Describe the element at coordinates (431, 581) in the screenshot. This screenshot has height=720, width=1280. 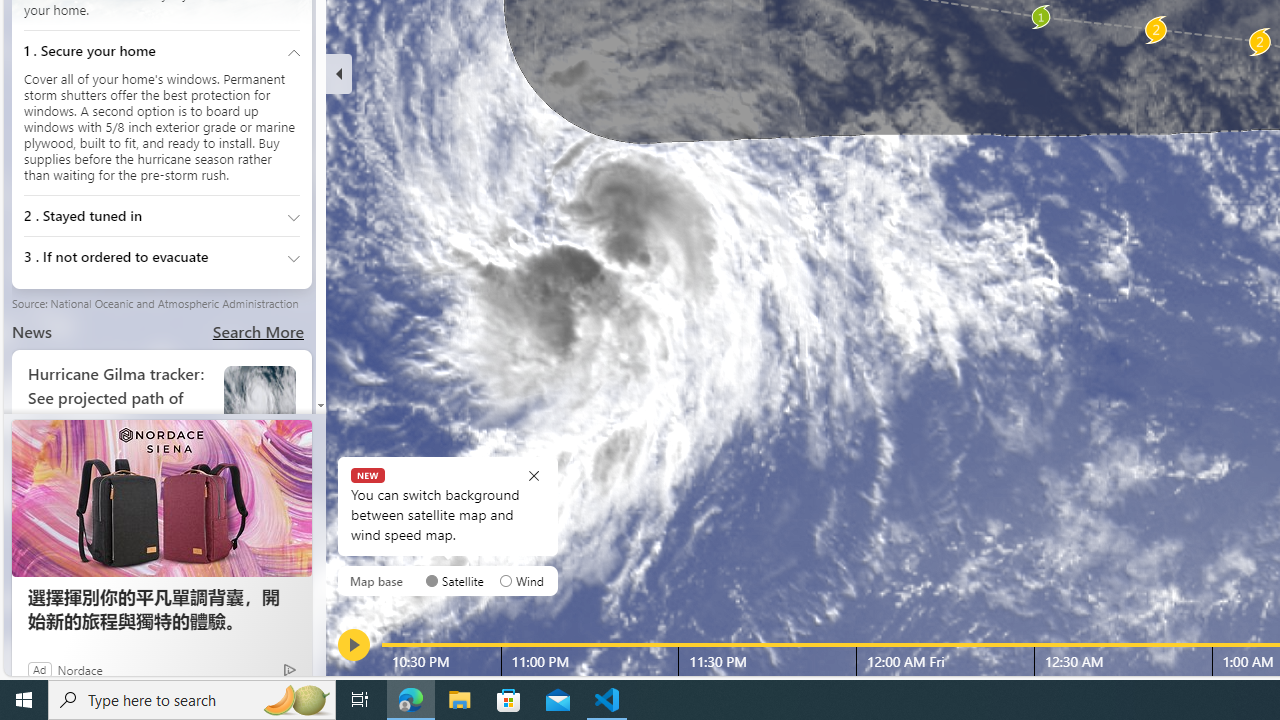
I see `'AutomationID: radioButton-DS-EntryPoint1-1-layer-subtype-0-0'` at that location.